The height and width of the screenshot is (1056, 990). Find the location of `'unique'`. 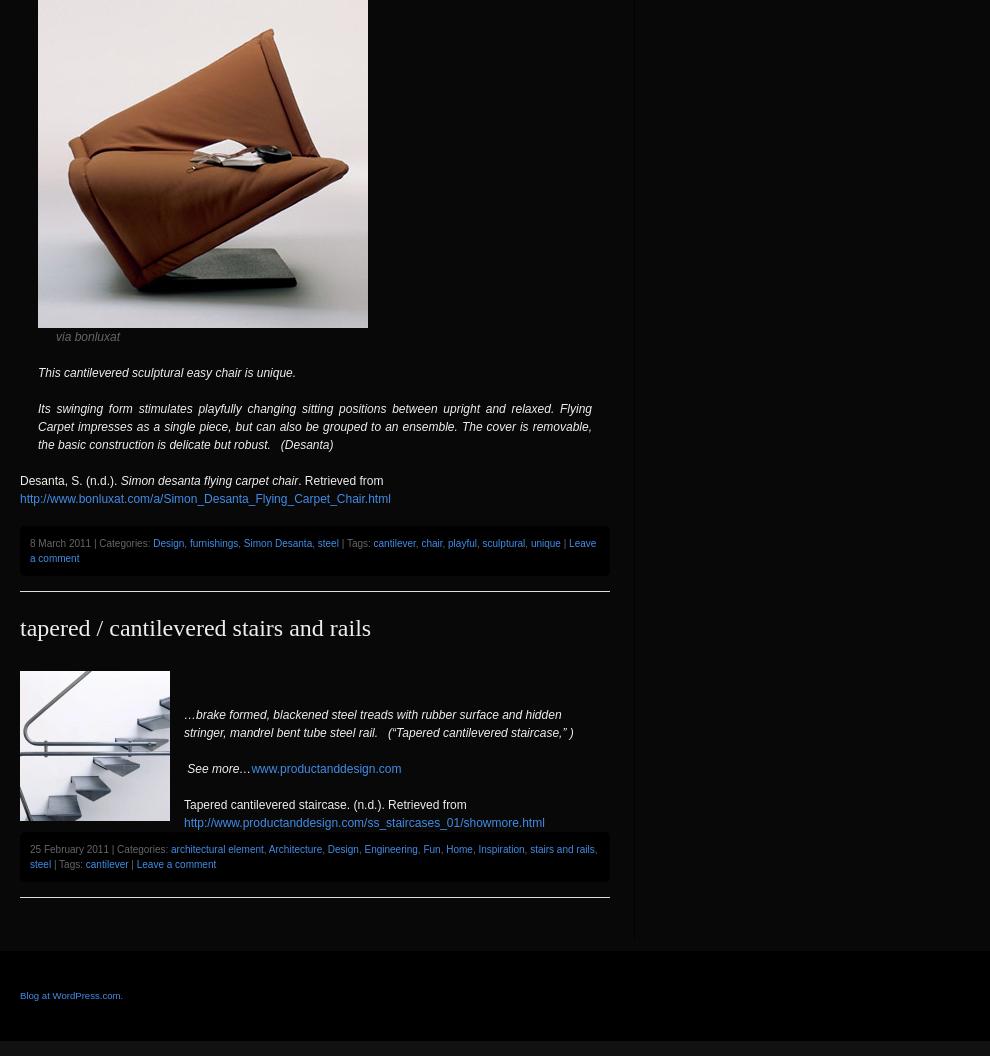

'unique' is located at coordinates (543, 542).